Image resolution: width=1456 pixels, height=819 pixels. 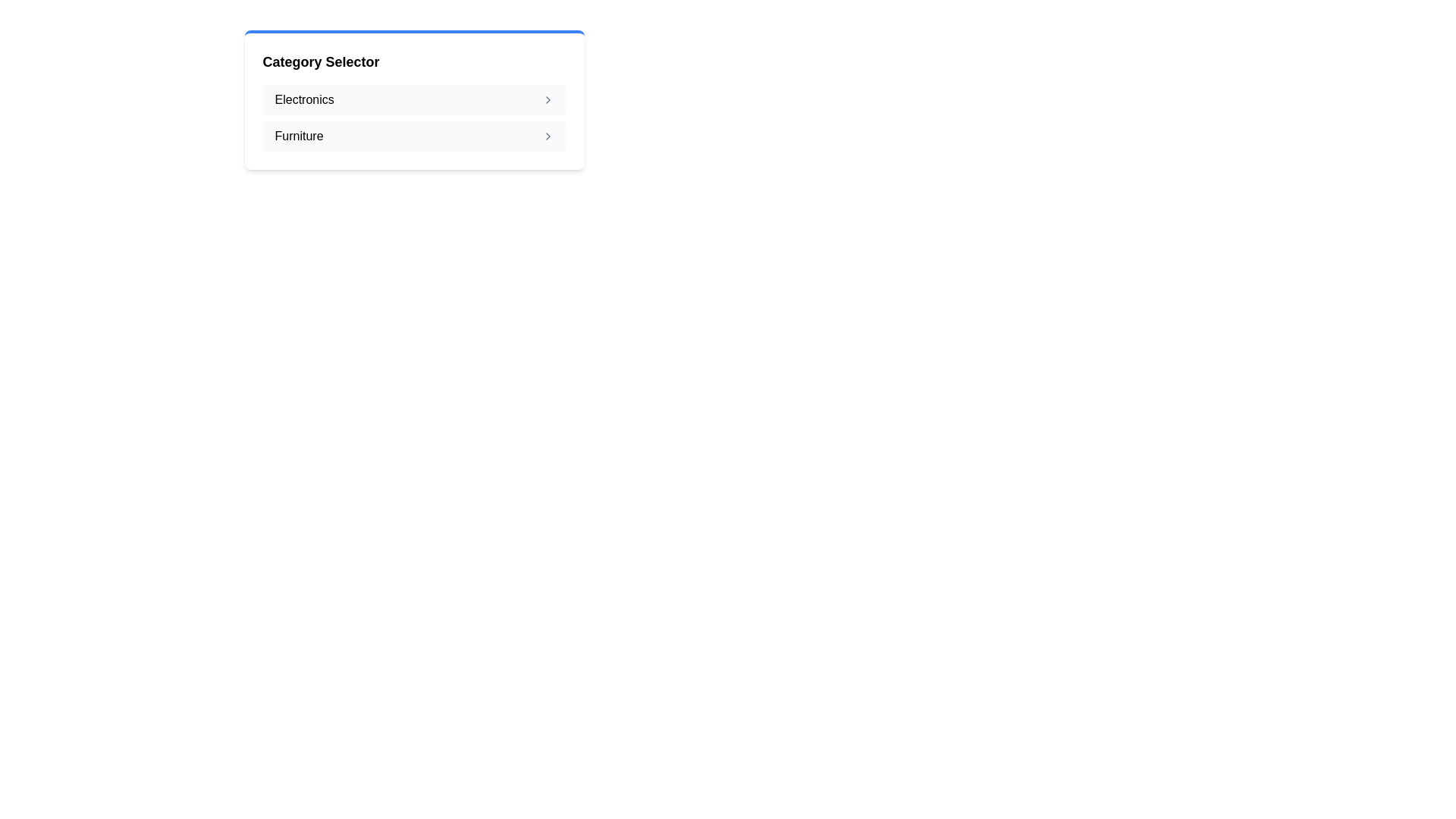 I want to click on the arrow icon located at the extreme right of the row labeled 'Furniture', so click(x=547, y=136).